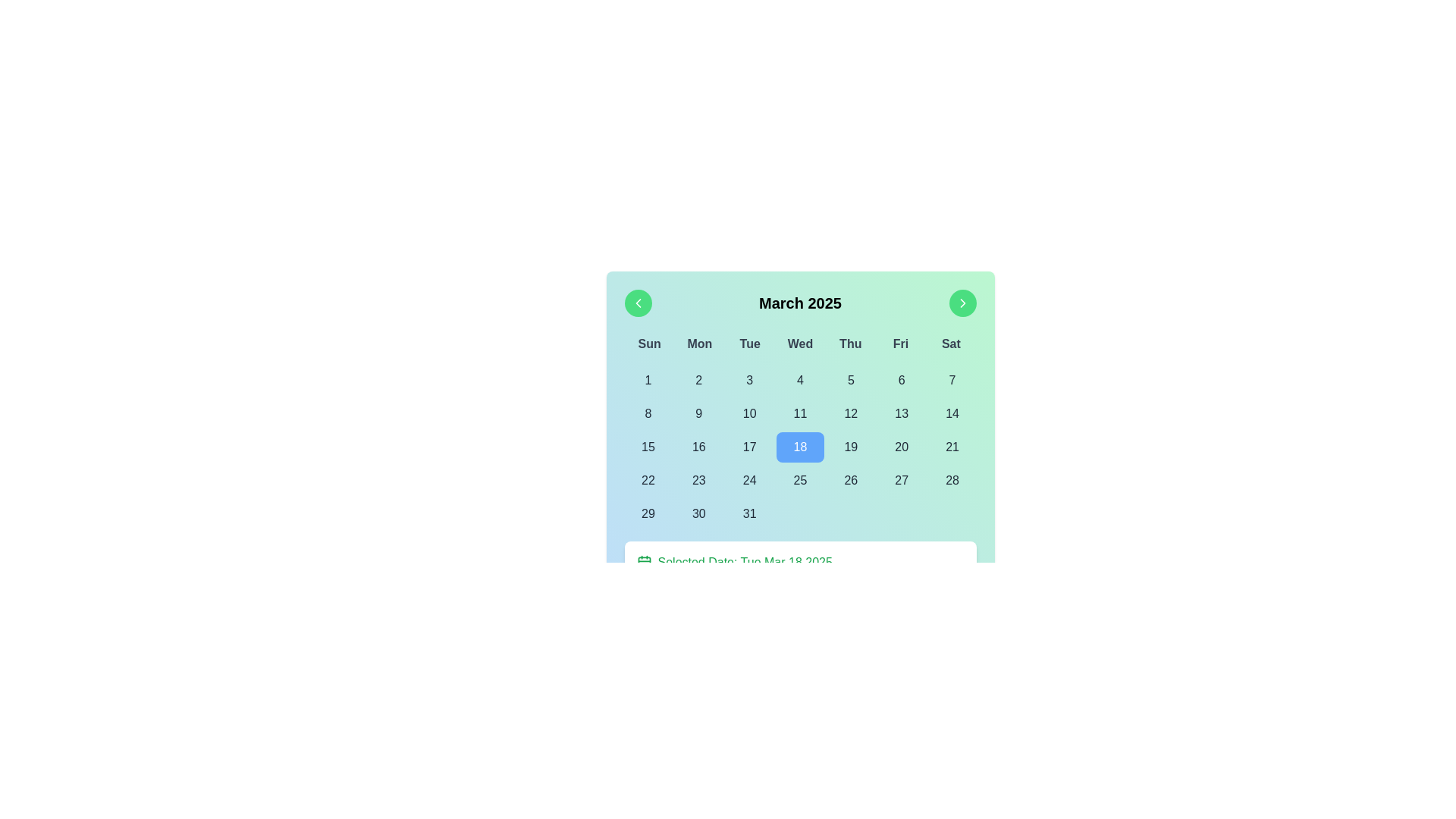  Describe the element at coordinates (749, 414) in the screenshot. I see `the date '10' in the calendar for March 2025 by clicking on the interactive date element located in the second row and third column of the main date display area` at that location.